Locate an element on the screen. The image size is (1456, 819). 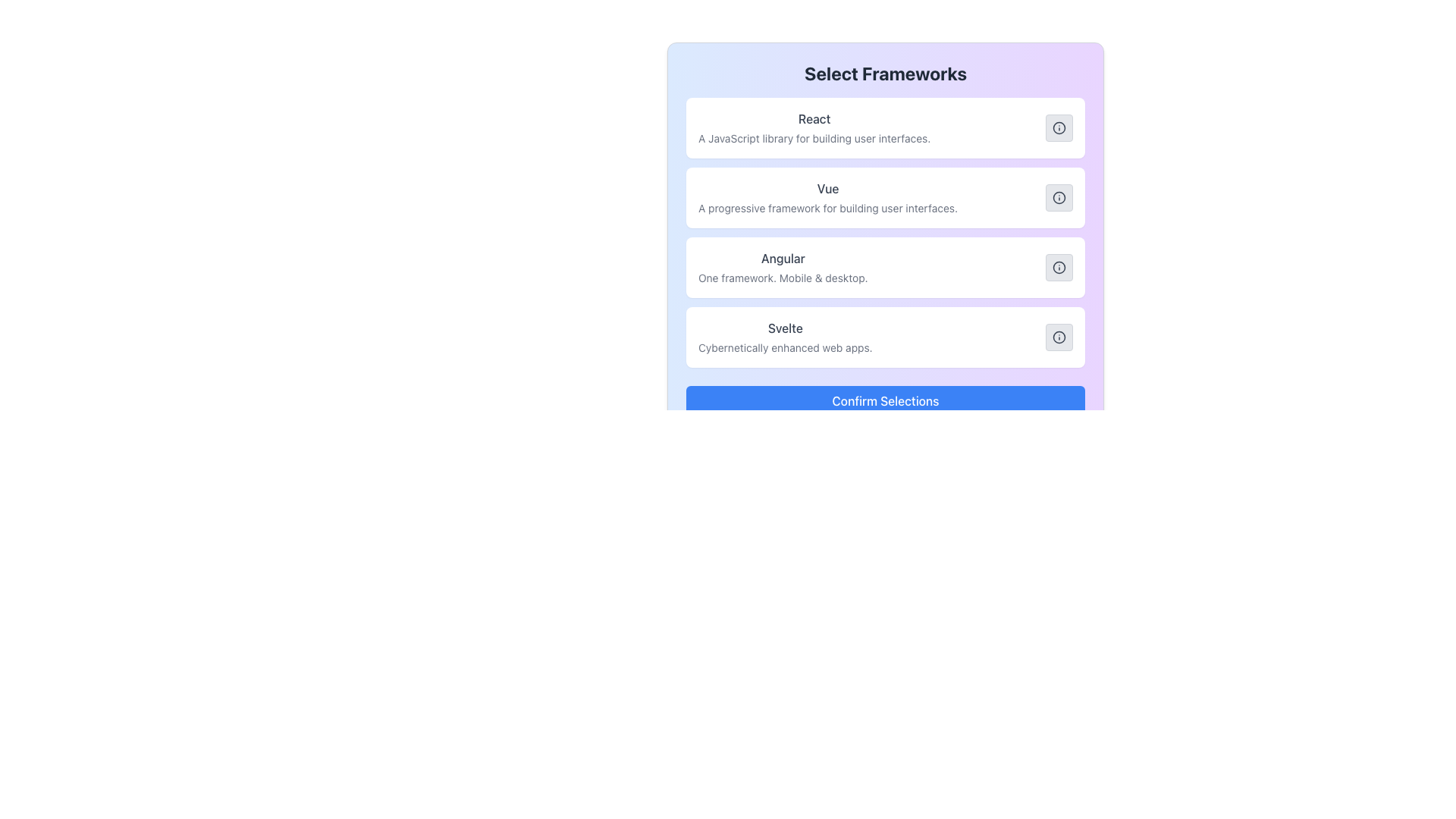
the Text Label element displaying 'A JavaScript library for building user interfaces.' located below the 'React' heading in the framework information panel is located at coordinates (814, 138).